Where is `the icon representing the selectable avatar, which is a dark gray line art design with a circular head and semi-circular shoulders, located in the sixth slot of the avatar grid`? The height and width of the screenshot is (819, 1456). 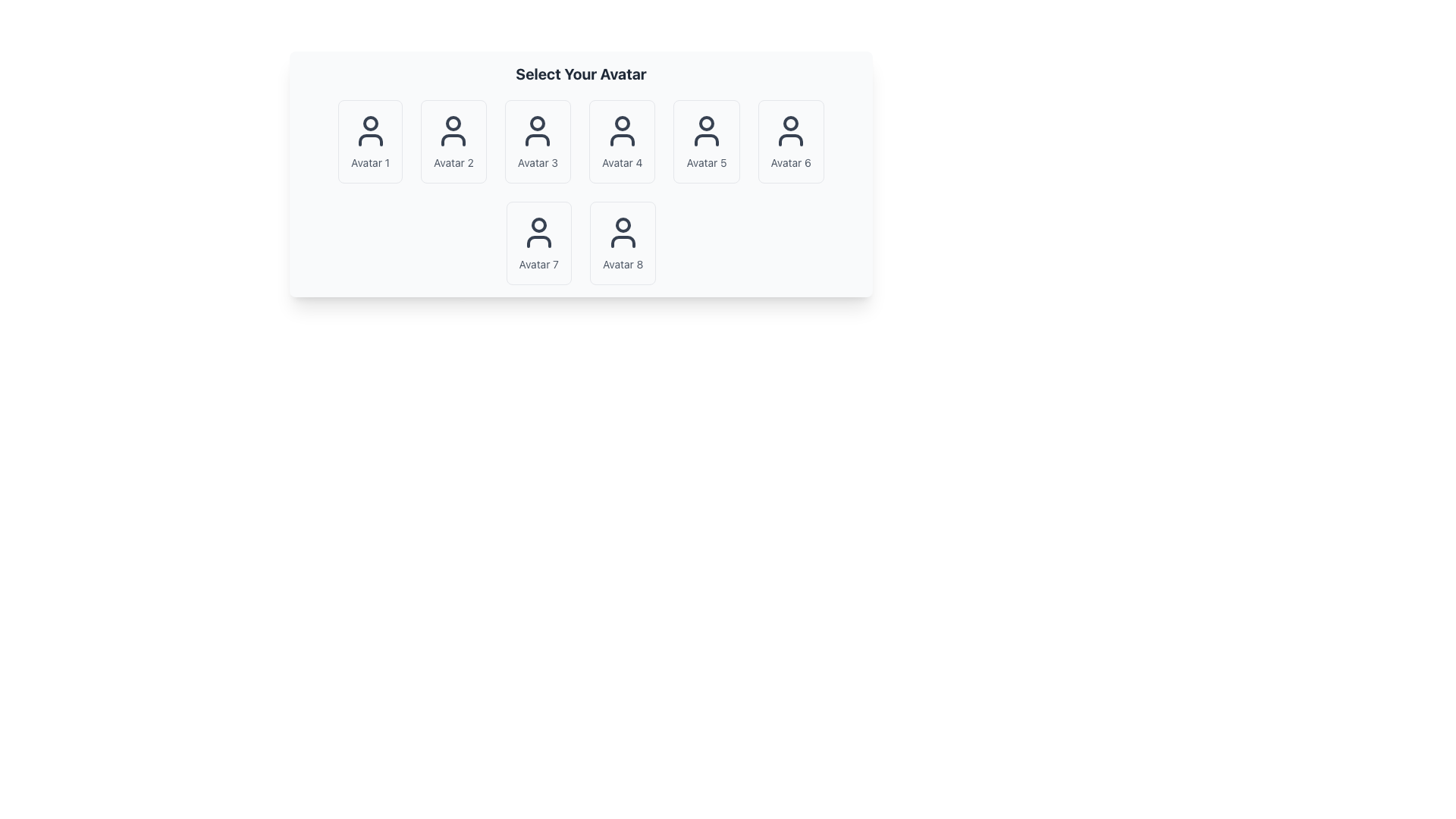
the icon representing the selectable avatar, which is a dark gray line art design with a circular head and semi-circular shoulders, located in the sixth slot of the avatar grid is located at coordinates (790, 130).